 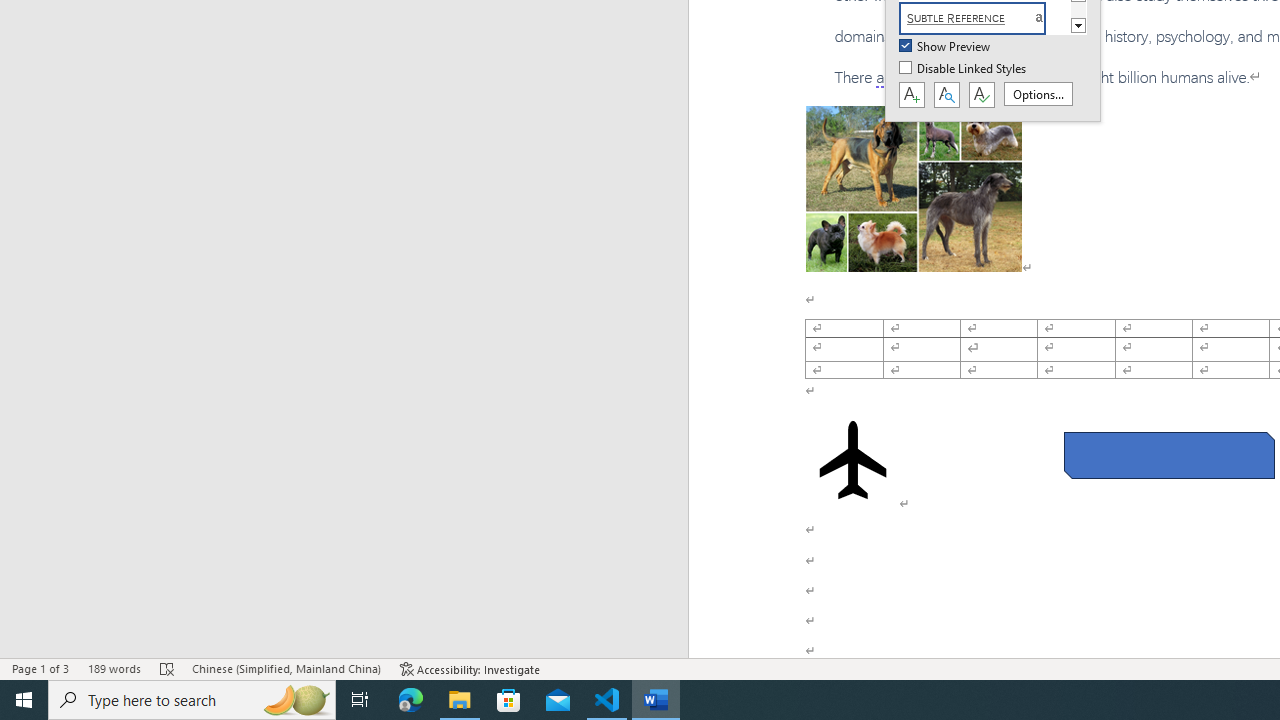 What do you see at coordinates (40, 669) in the screenshot?
I see `'Page Number Page 1 of 3'` at bounding box center [40, 669].